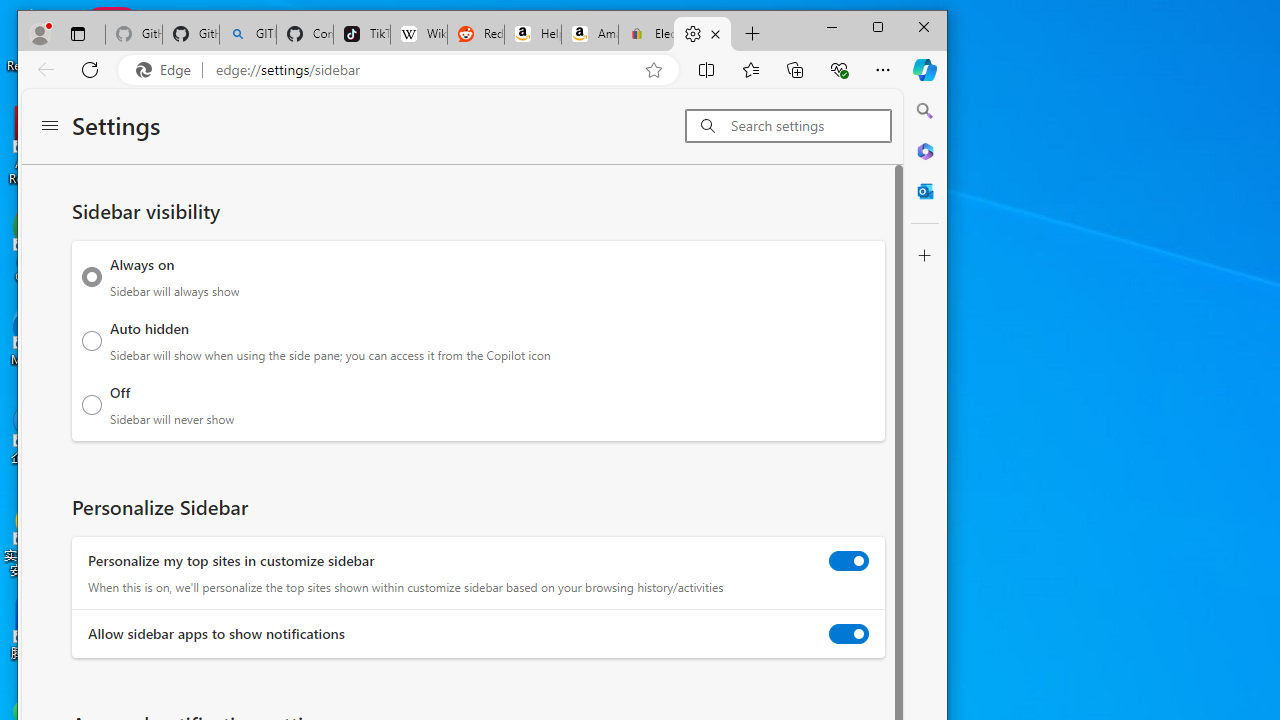 This screenshot has width=1280, height=720. Describe the element at coordinates (247, 34) in the screenshot. I see `'GITHUB - Search'` at that location.